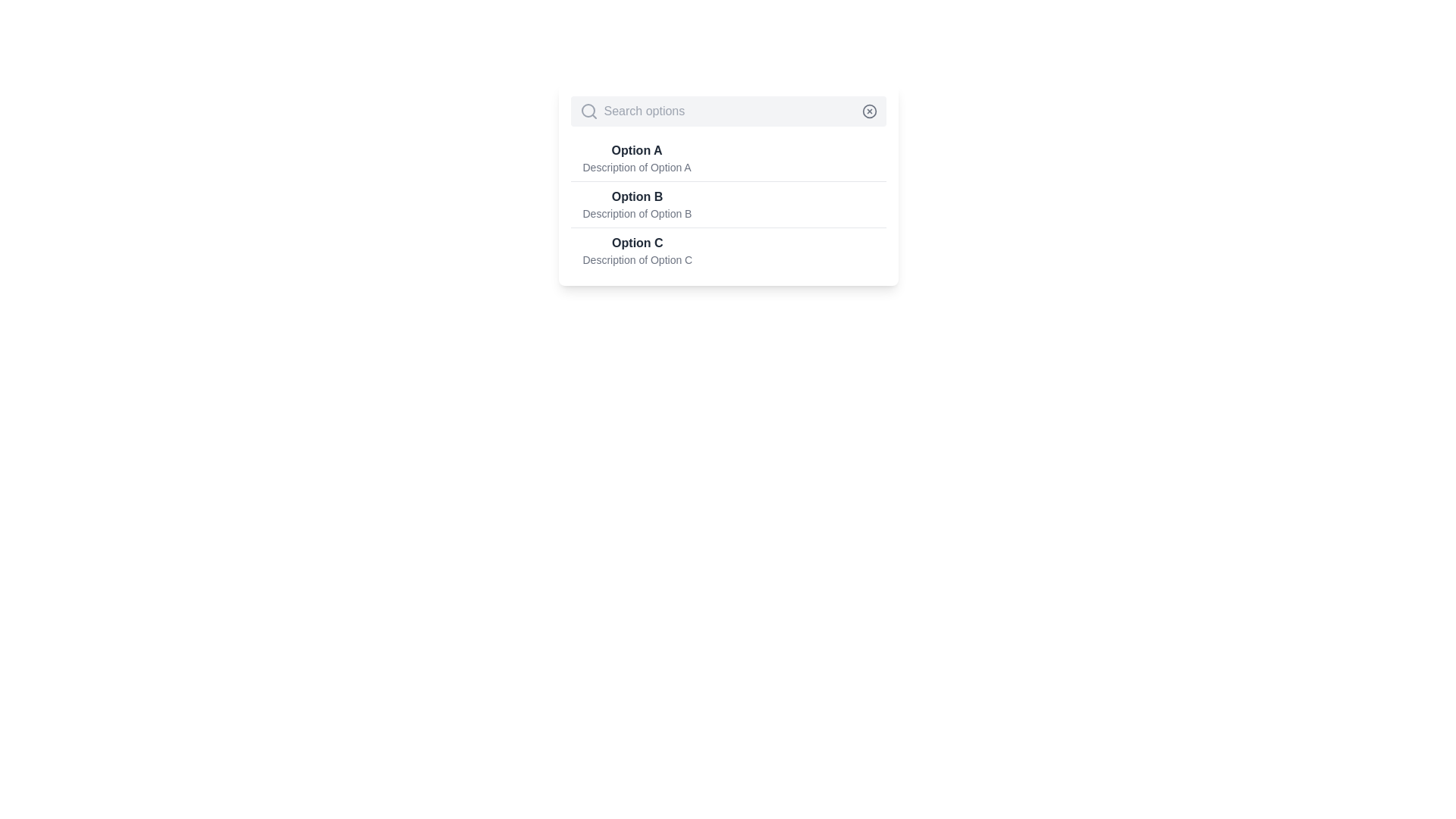  What do you see at coordinates (587, 110) in the screenshot?
I see `the SVG circle element representing the lens of the magnifying glass icon located at the upper-left part of the search bar interface` at bounding box center [587, 110].